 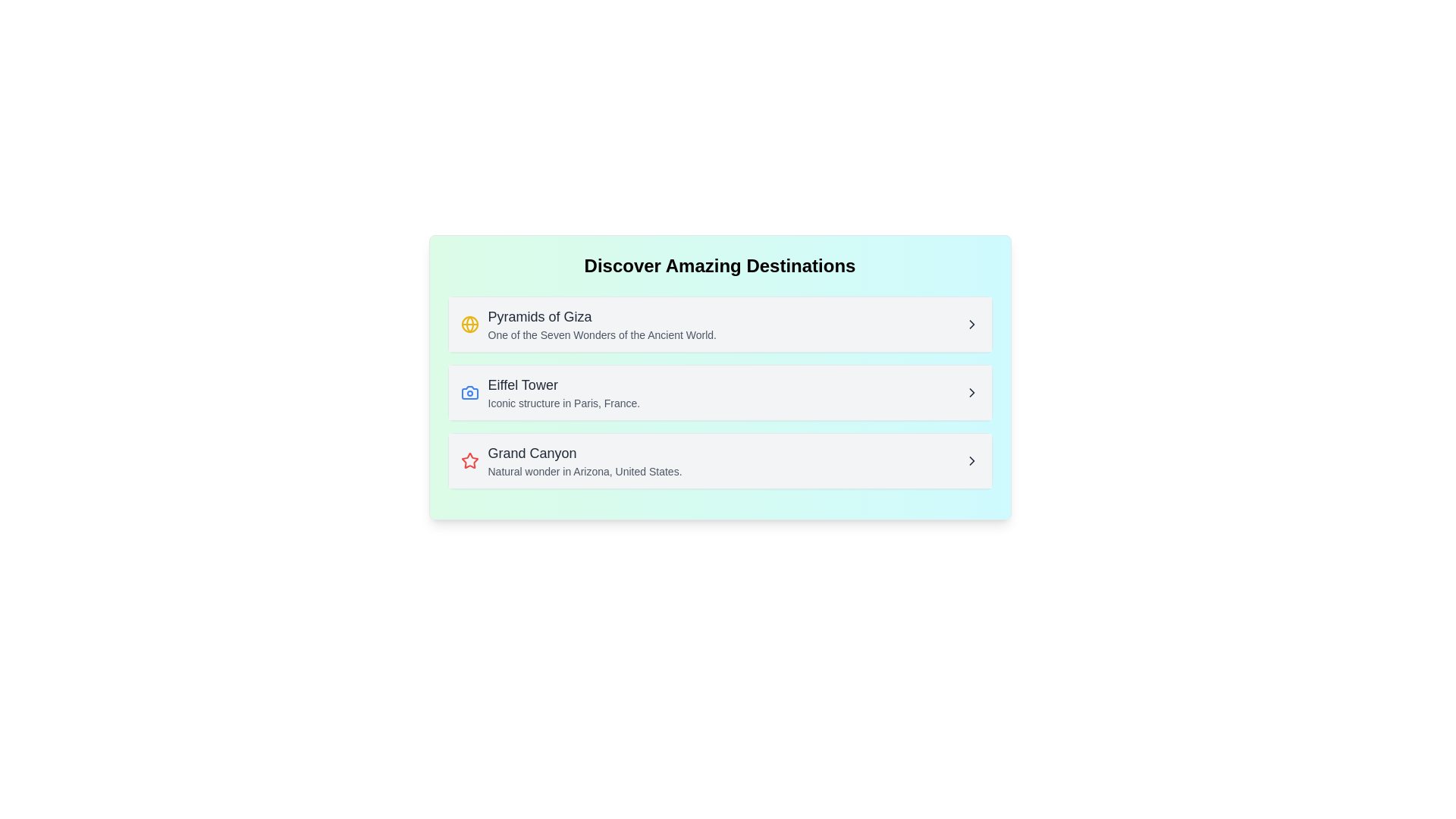 I want to click on the third list item in the 'Discover Amazing Destinations' card, which is related to 'Grand Canyon', so click(x=719, y=460).